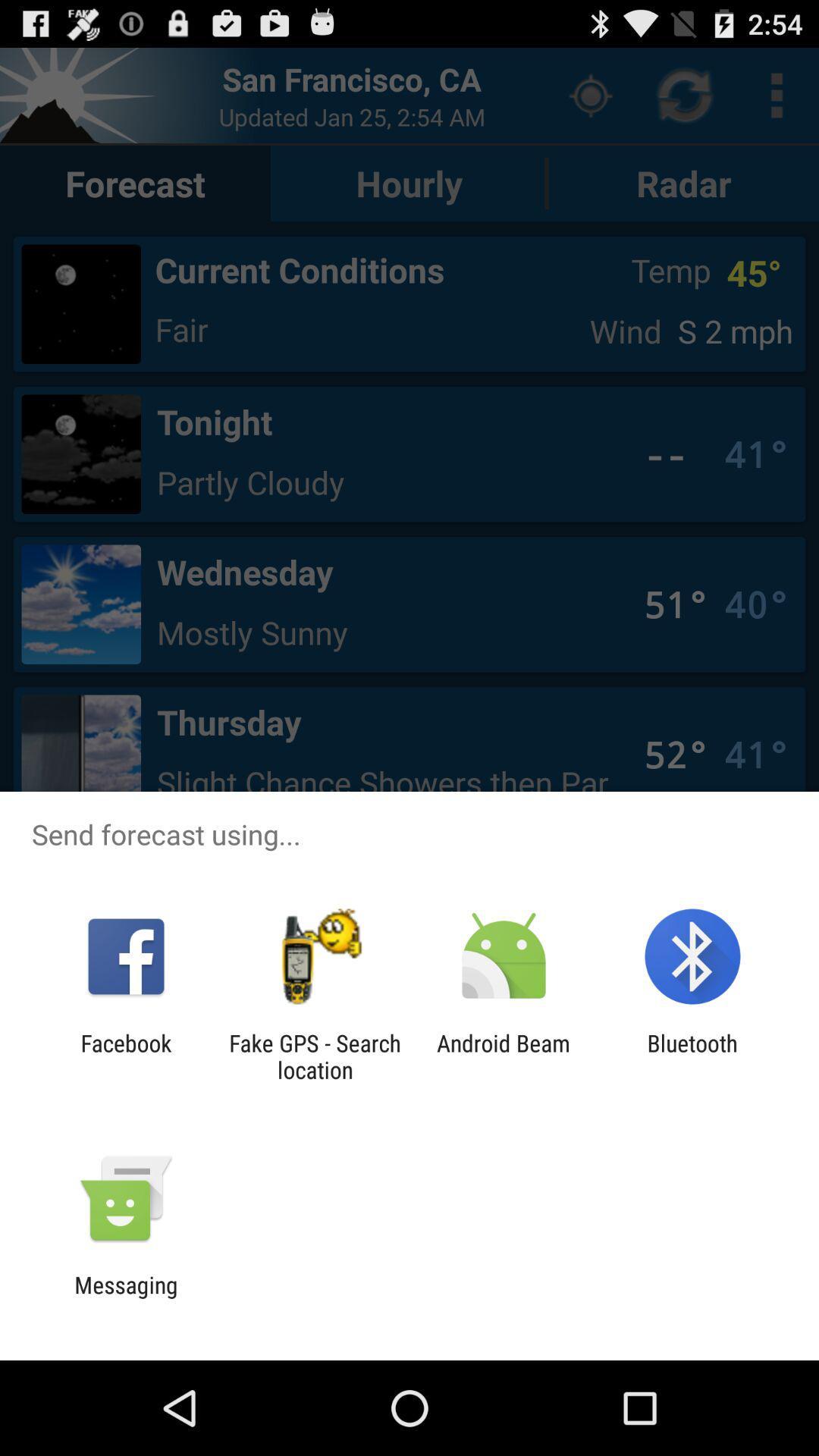  I want to click on android beam, so click(504, 1056).